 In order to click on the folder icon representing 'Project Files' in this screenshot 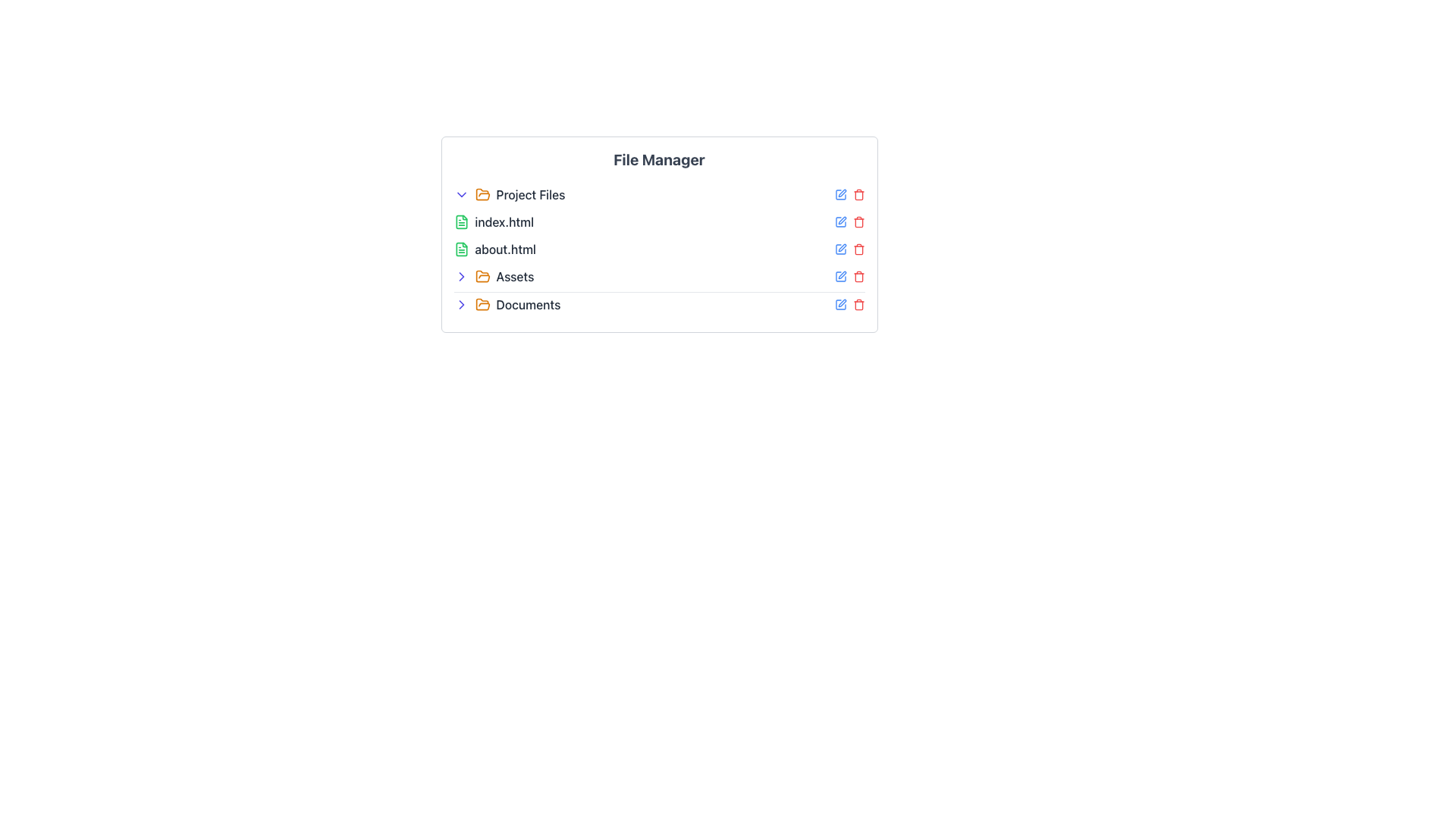, I will do `click(482, 194)`.